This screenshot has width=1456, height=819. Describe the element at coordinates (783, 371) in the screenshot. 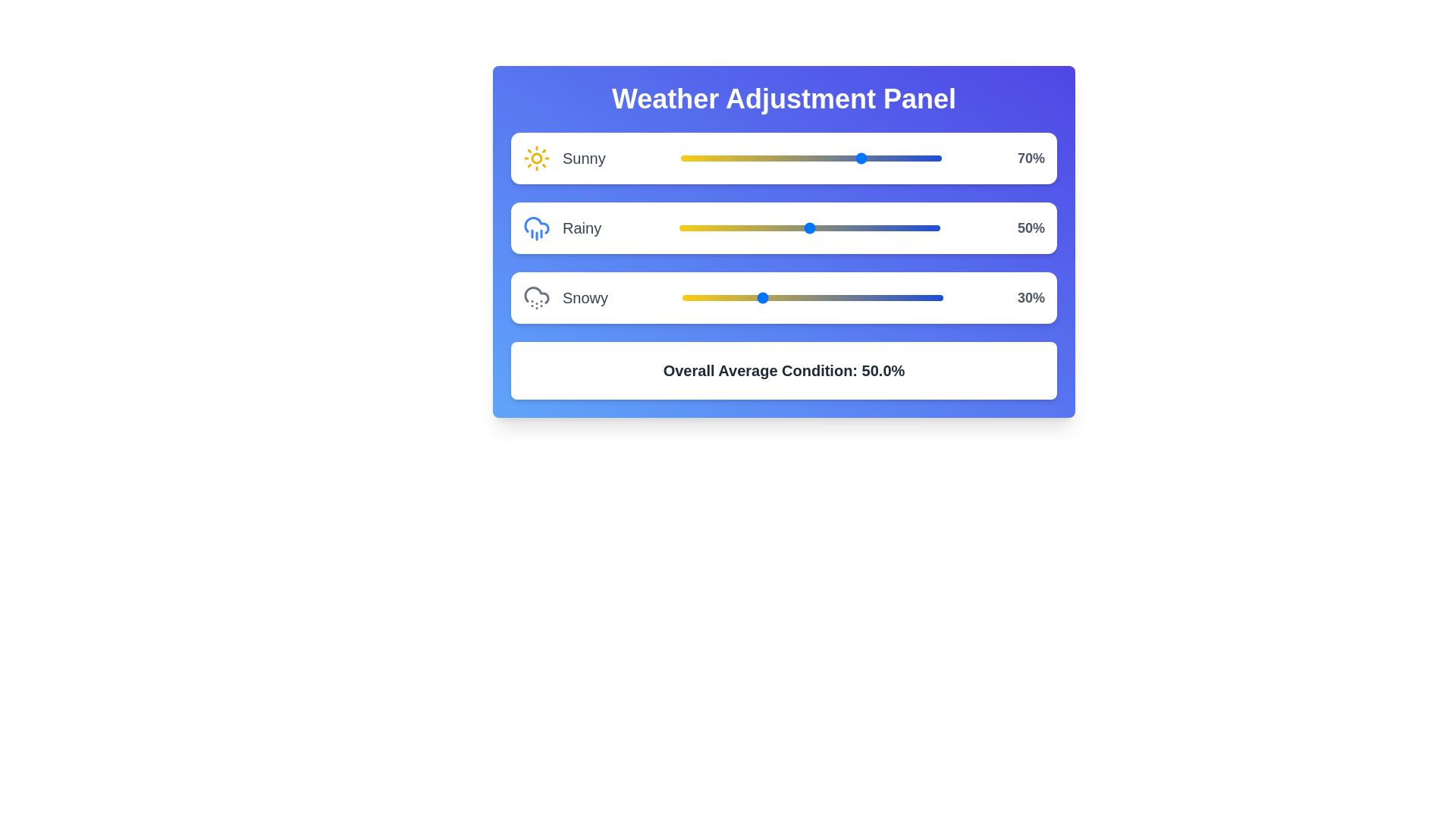

I see `the static text display showing 'Overall Average Condition: 50.0%', which is located in the bottom center of the interface below the weather condition sliders` at that location.